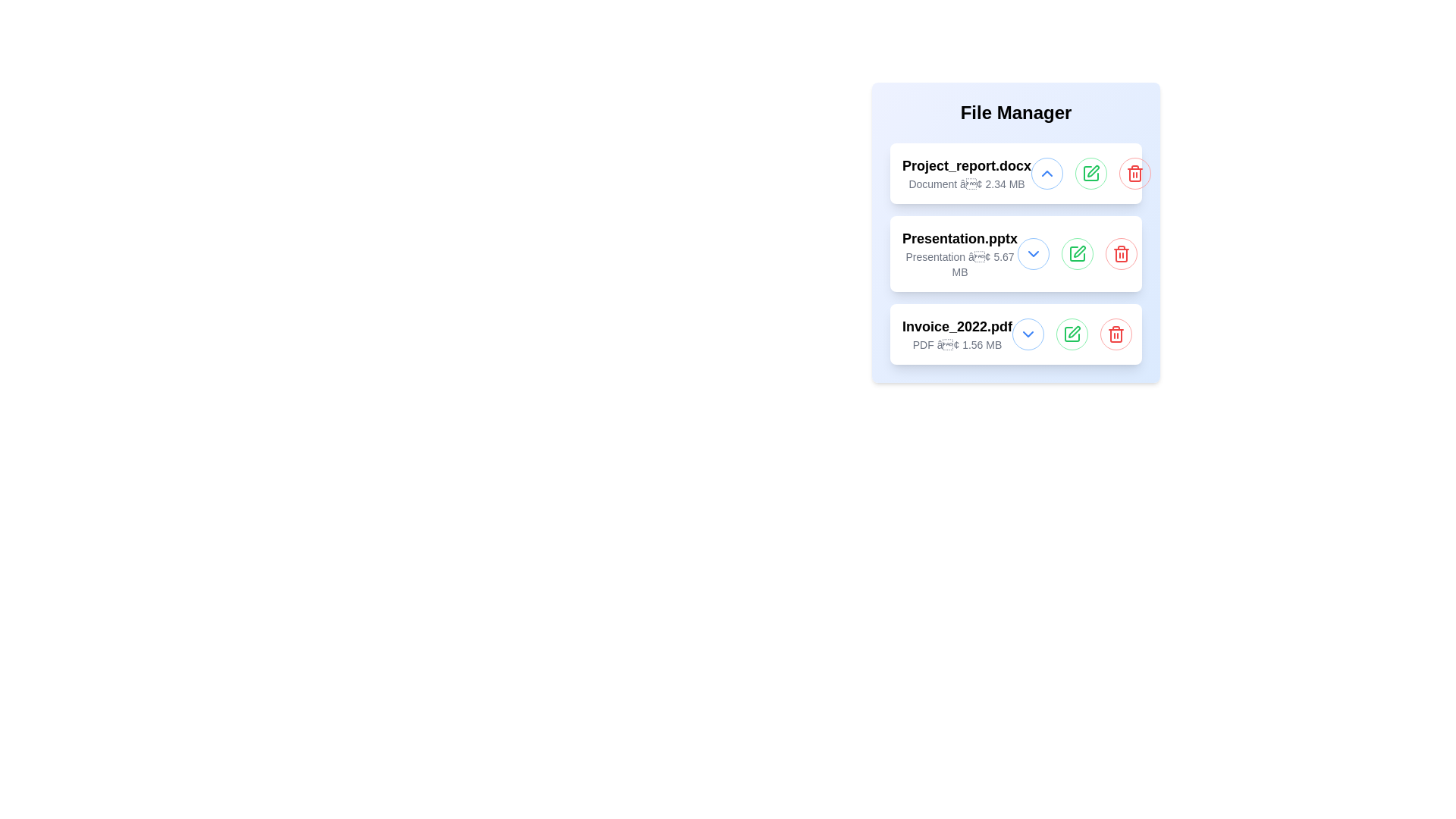 The image size is (1456, 819). Describe the element at coordinates (1028, 333) in the screenshot. I see `chevron button to toggle the active state of the file Invoice_2022.pdf` at that location.